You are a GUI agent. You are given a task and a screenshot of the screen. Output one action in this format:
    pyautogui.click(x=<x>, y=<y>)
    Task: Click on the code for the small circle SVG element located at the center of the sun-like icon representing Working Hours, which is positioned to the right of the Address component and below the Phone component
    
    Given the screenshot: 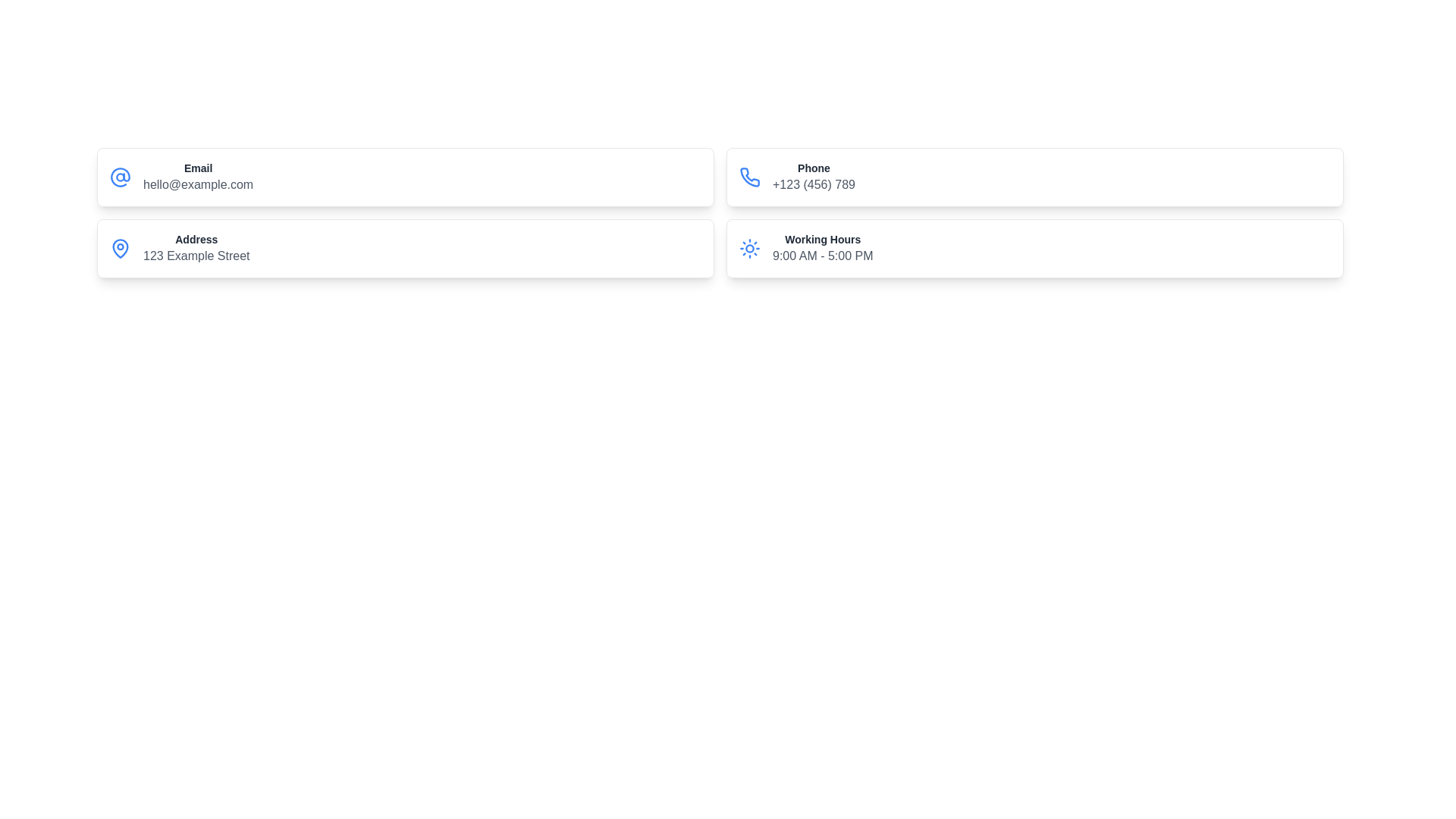 What is the action you would take?
    pyautogui.click(x=749, y=247)
    